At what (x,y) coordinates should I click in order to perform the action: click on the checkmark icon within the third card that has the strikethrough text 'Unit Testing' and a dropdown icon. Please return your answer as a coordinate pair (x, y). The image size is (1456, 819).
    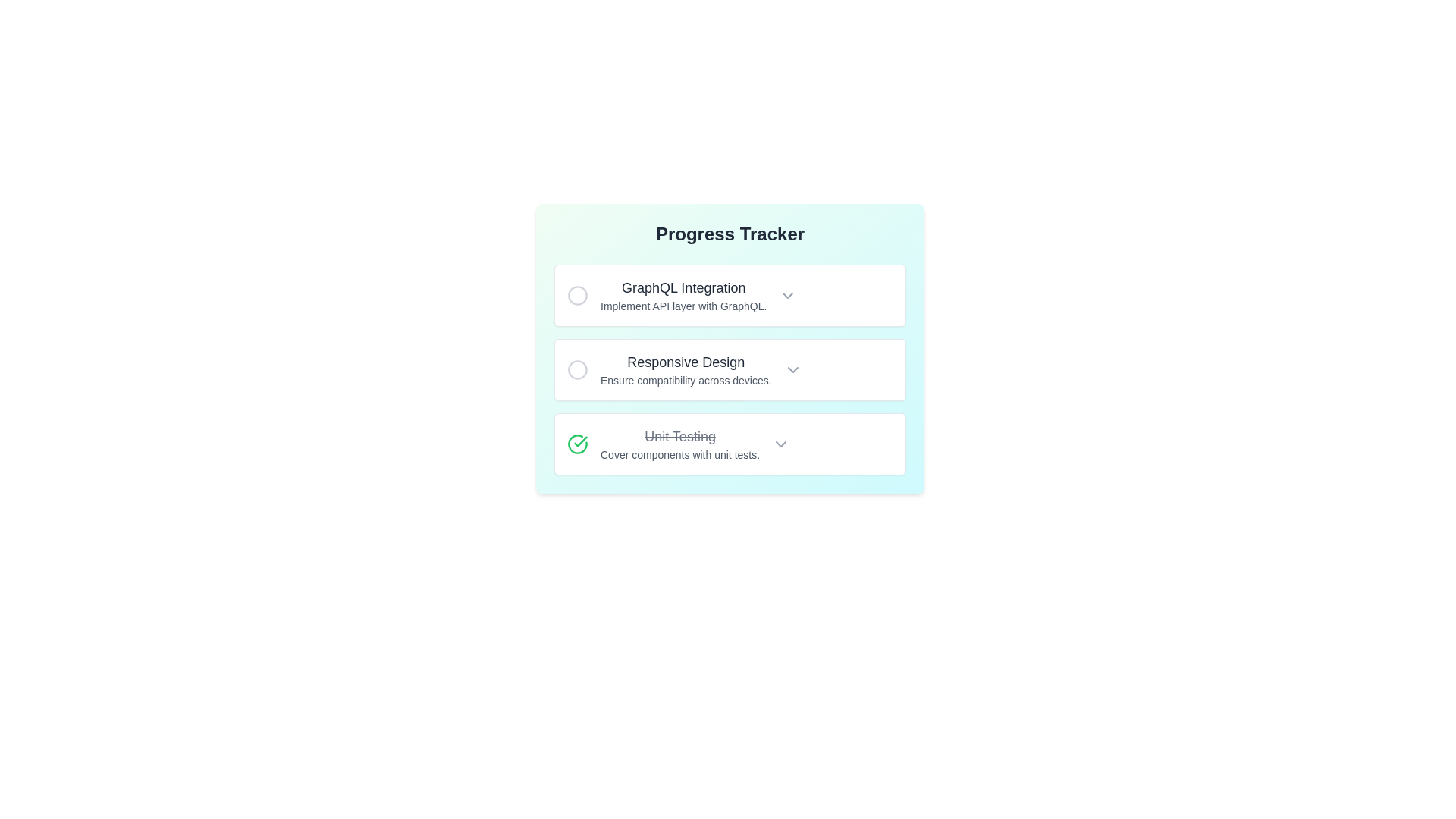
    Looking at the image, I should click on (730, 444).